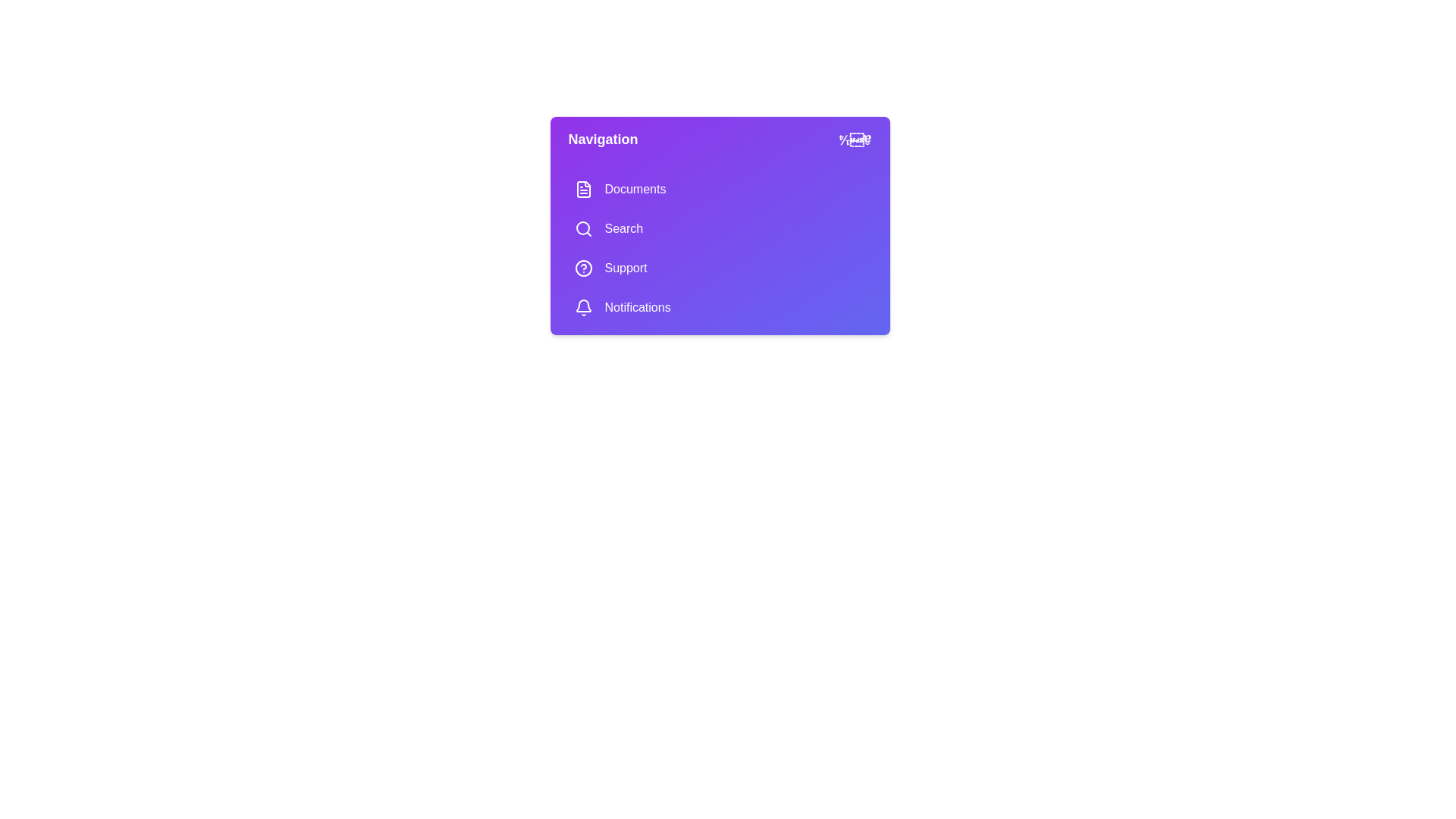 This screenshot has width=1456, height=819. Describe the element at coordinates (719, 140) in the screenshot. I see `the 'Navigation' button at the top of the menu to toggle it open or closed` at that location.